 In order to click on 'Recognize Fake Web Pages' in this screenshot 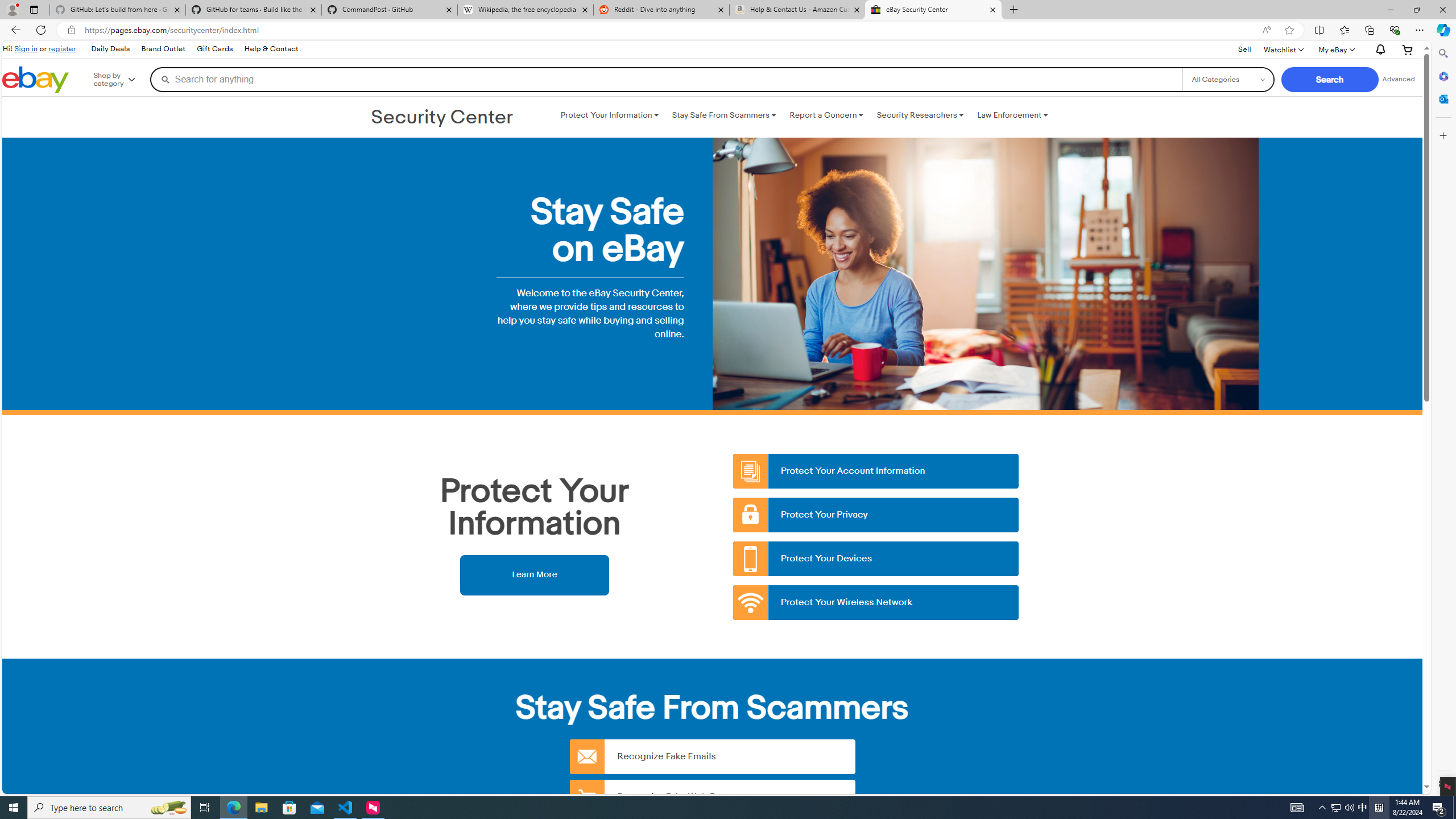, I will do `click(712, 797)`.